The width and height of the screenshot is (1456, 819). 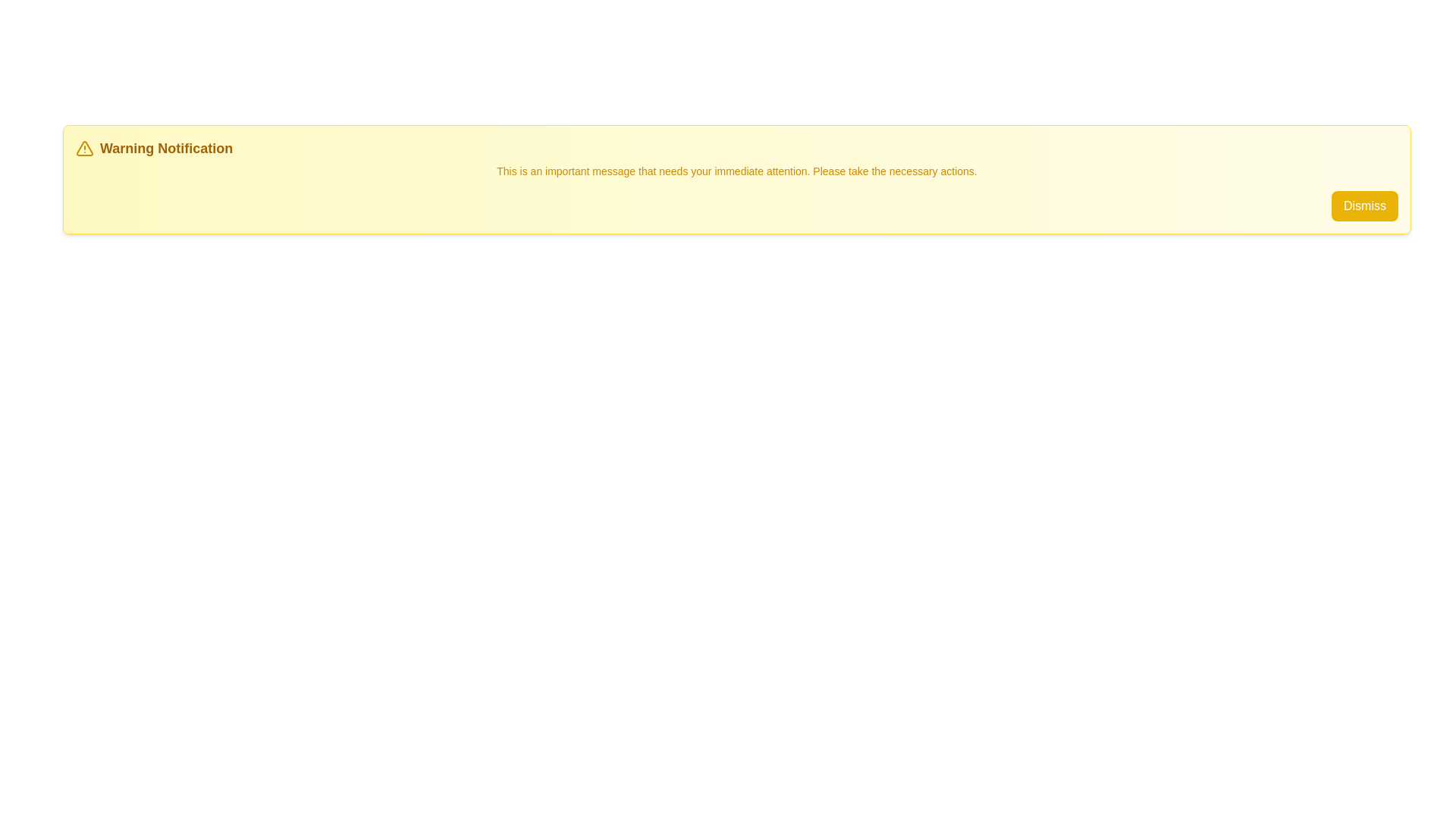 I want to click on the warning icon located on the left side of the yellow notification banner adjacent to the text 'Warning Notification', so click(x=83, y=149).